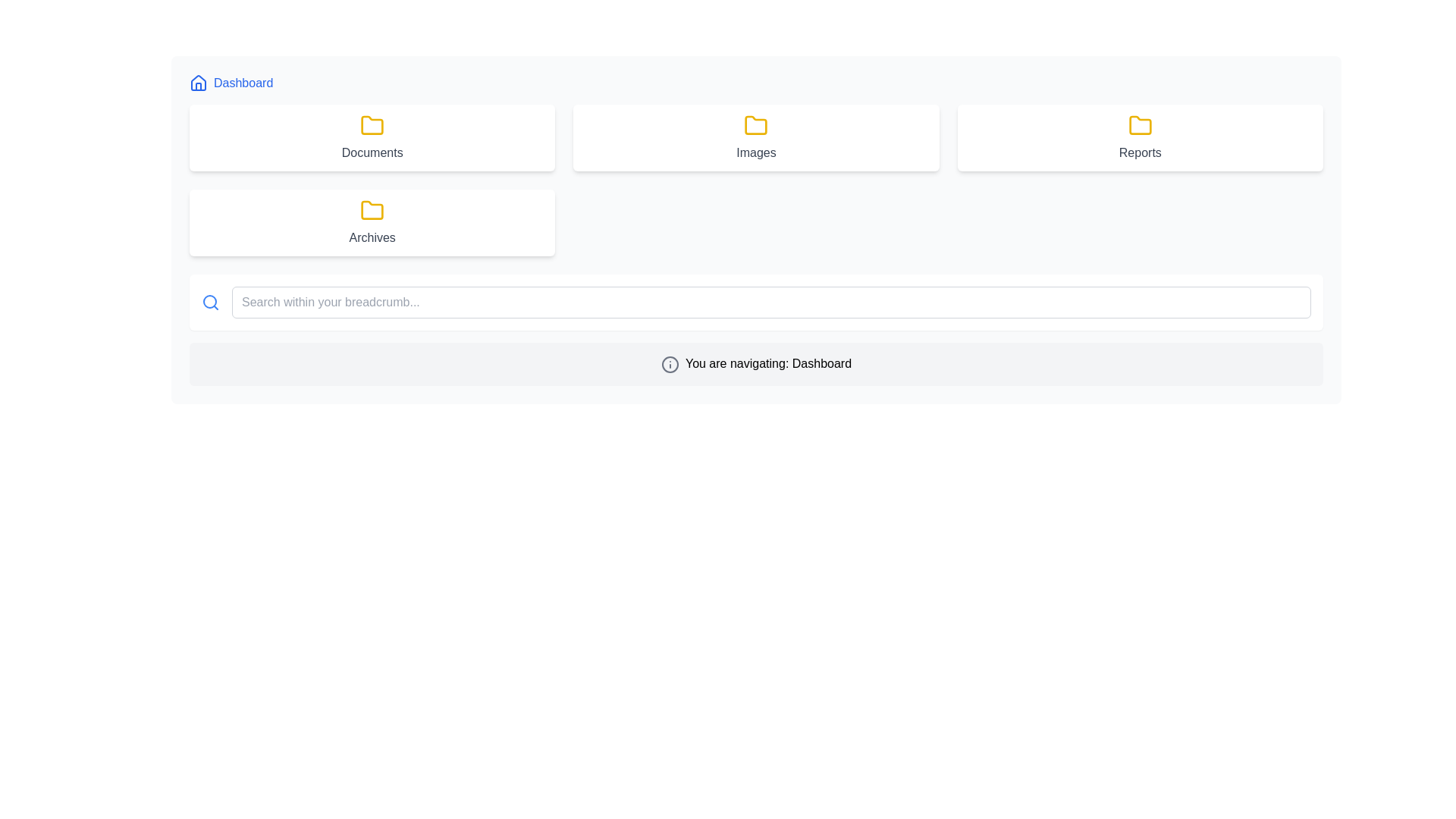  What do you see at coordinates (756, 137) in the screenshot?
I see `the 'Images' tile, which is a rectangular button with a white background and a yellow folder icon at its center` at bounding box center [756, 137].